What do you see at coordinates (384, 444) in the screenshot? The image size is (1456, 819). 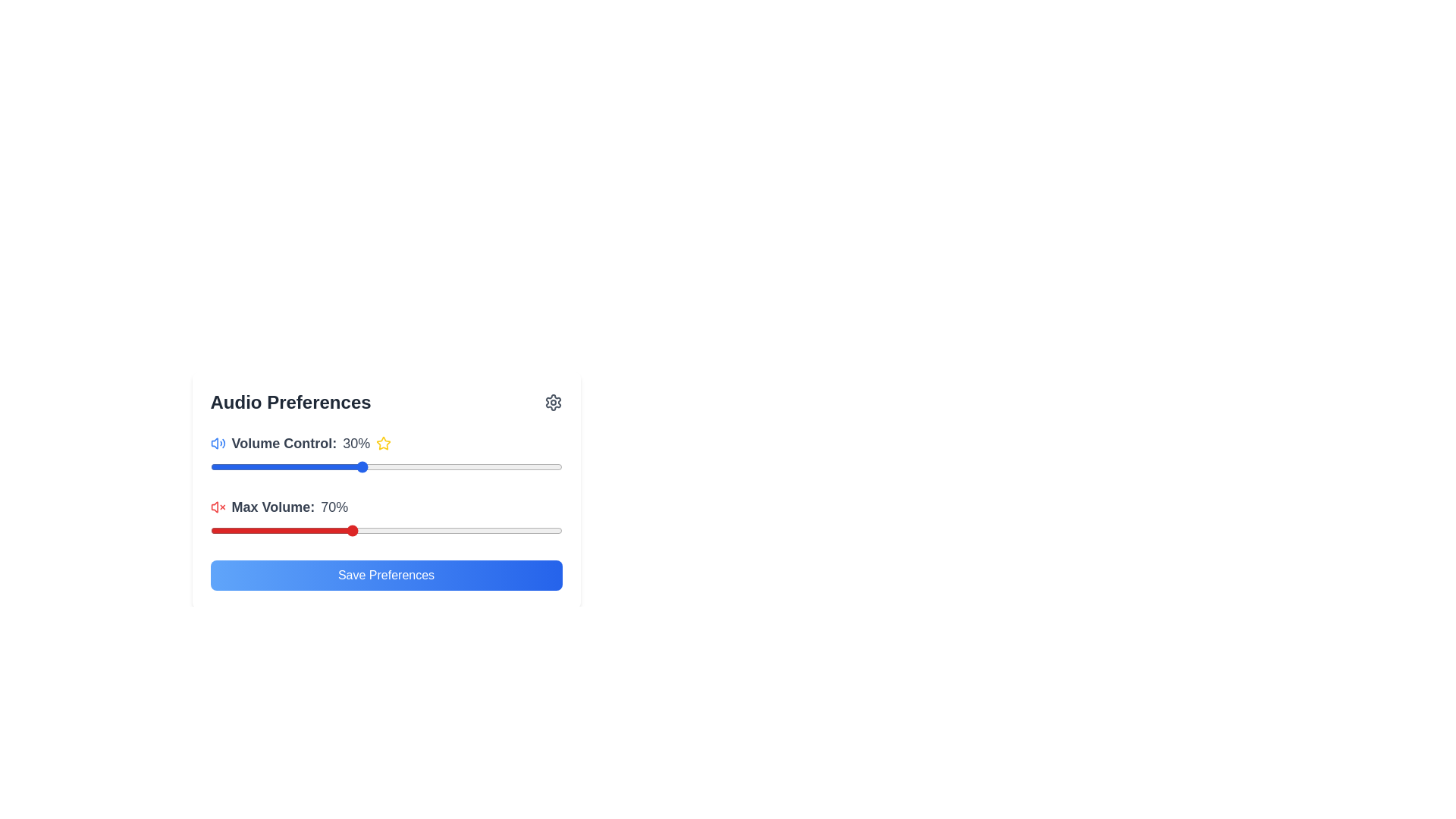 I see `the decorative star icon located to the right of the 'Volume Control: 30%' text in the 'Audio Preferences' section` at bounding box center [384, 444].